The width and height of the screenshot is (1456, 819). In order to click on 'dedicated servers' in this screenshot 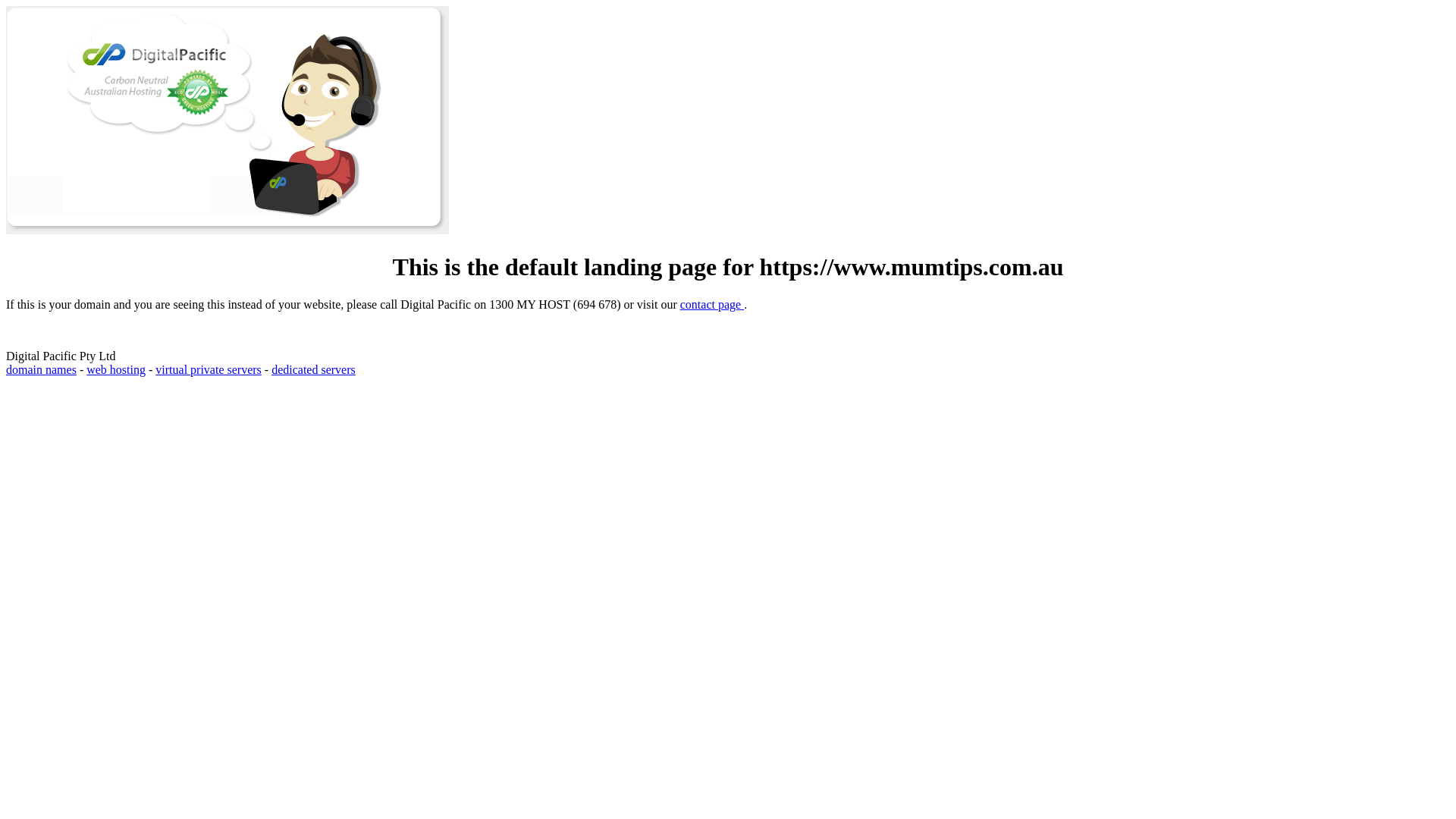, I will do `click(271, 369)`.